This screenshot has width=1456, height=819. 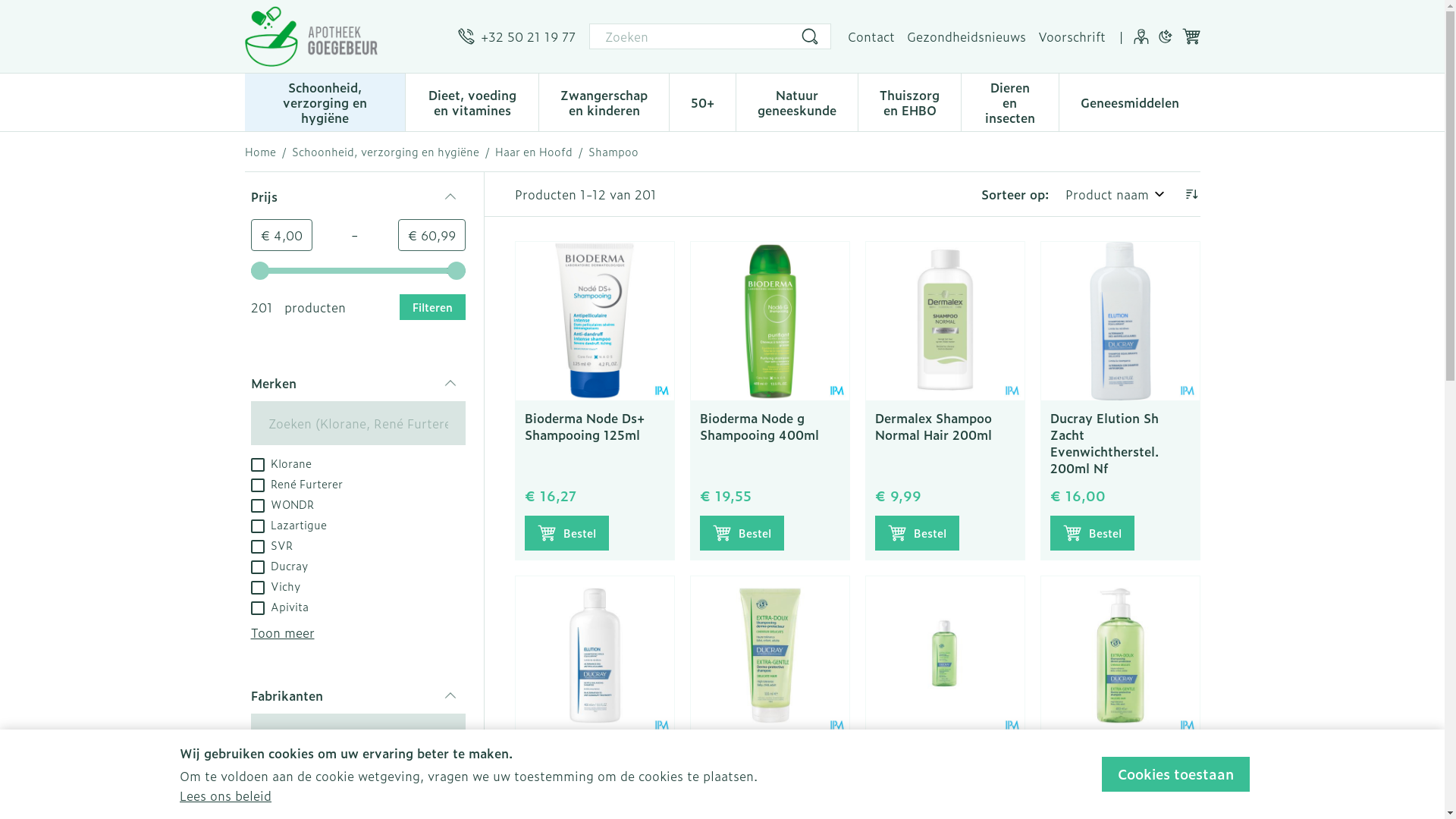 What do you see at coordinates (309, 35) in the screenshot?
I see `'Apotheek L. Goegebeur'` at bounding box center [309, 35].